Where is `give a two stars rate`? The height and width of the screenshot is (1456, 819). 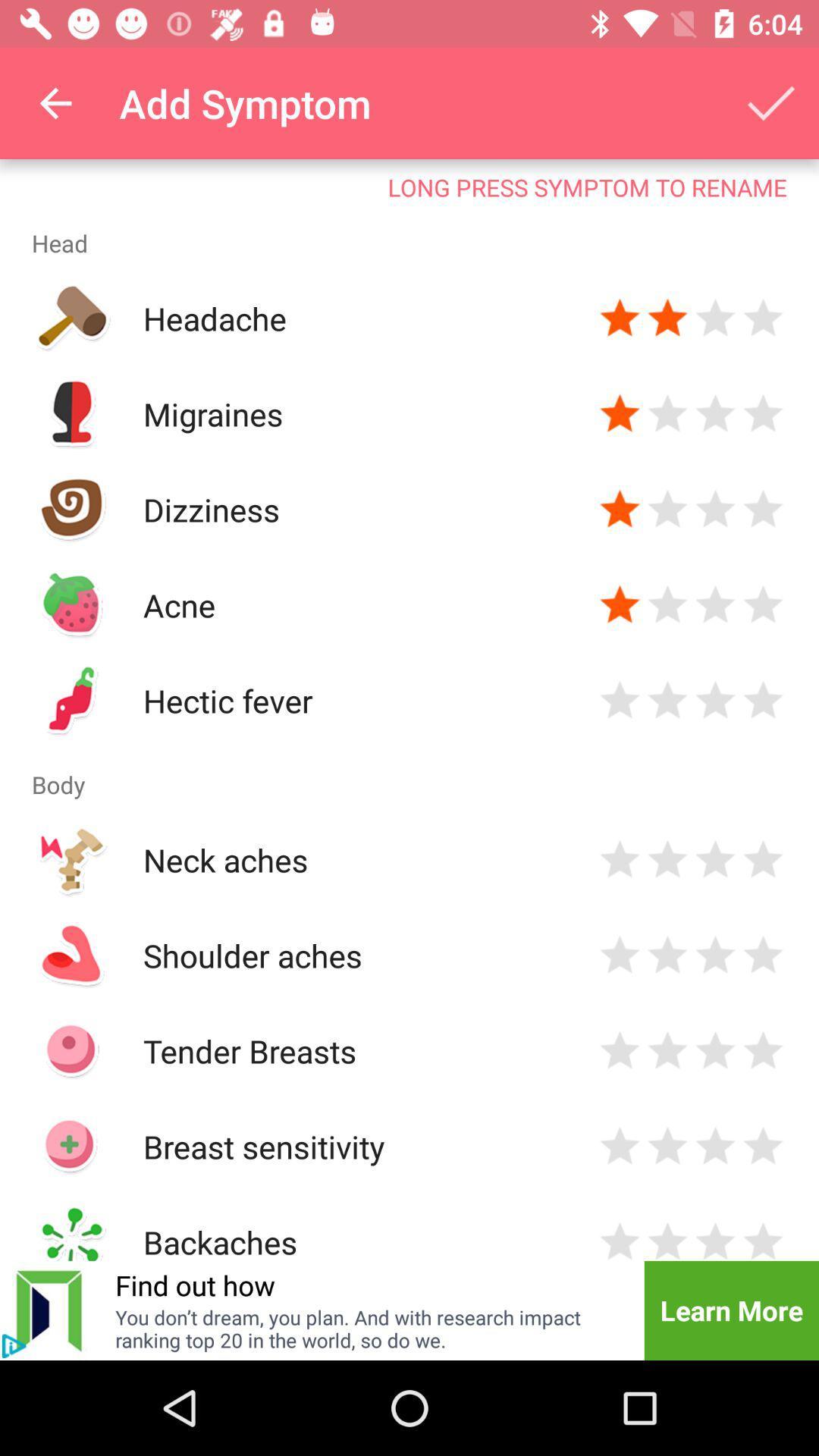 give a two stars rate is located at coordinates (667, 414).